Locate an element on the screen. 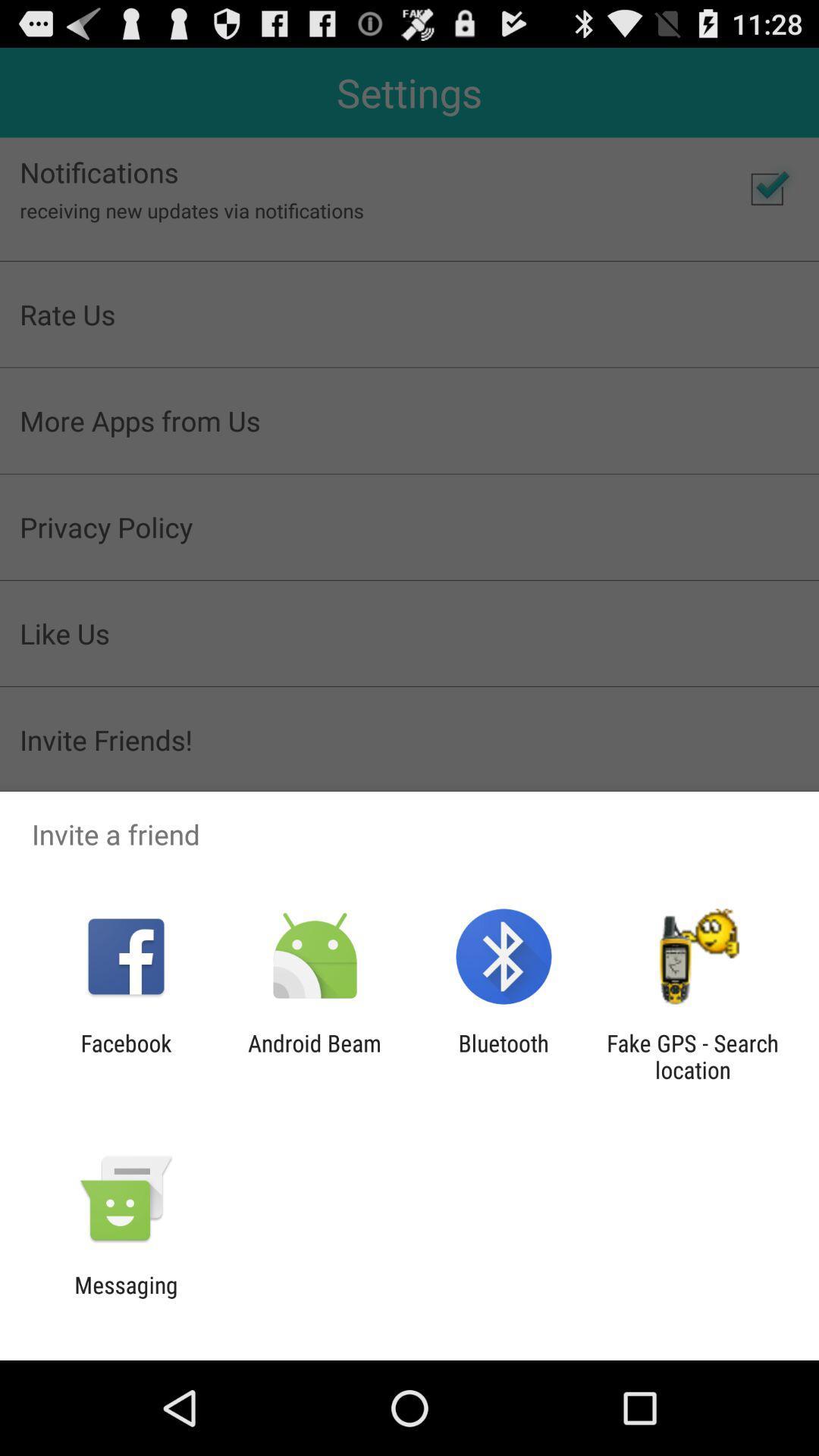  the fake gps search icon is located at coordinates (692, 1056).